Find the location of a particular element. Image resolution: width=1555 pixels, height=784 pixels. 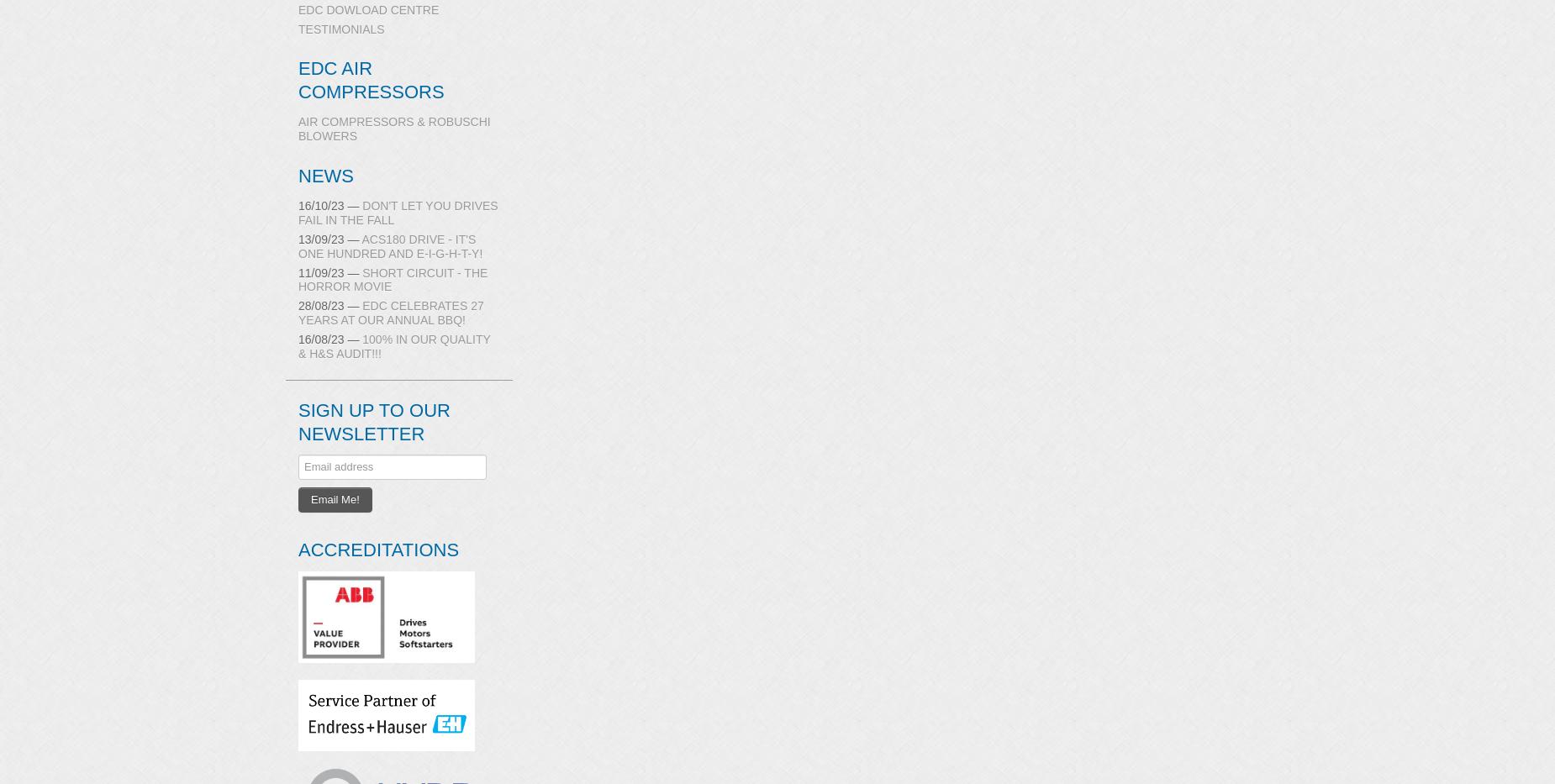

'13/09/23 —' is located at coordinates (298, 239).